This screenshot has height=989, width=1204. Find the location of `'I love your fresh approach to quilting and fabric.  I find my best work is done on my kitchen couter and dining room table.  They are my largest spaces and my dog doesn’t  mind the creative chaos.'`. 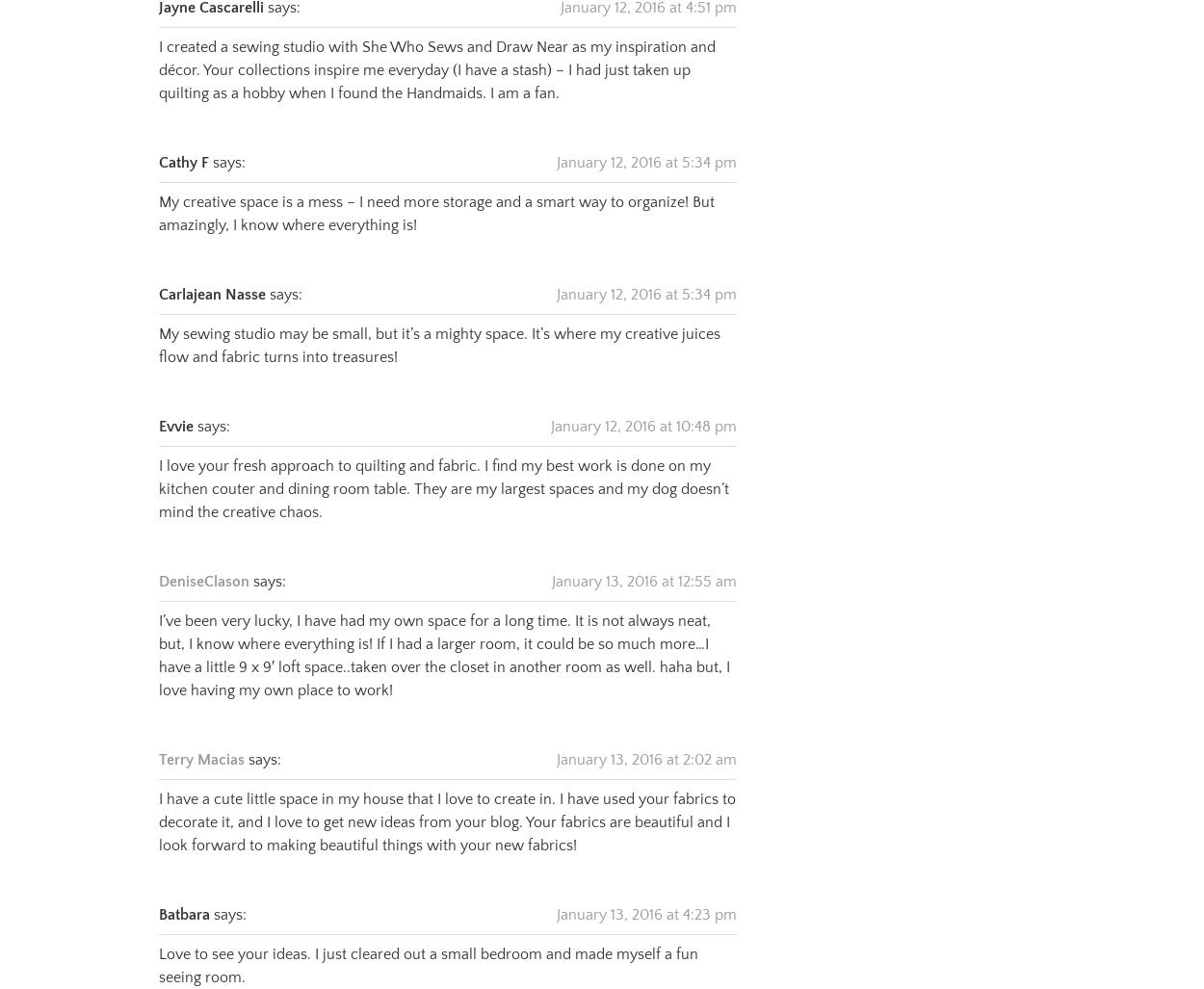

'I love your fresh approach to quilting and fabric.  I find my best work is done on my kitchen couter and dining room table.  They are my largest spaces and my dog doesn’t  mind the creative chaos.' is located at coordinates (443, 464).